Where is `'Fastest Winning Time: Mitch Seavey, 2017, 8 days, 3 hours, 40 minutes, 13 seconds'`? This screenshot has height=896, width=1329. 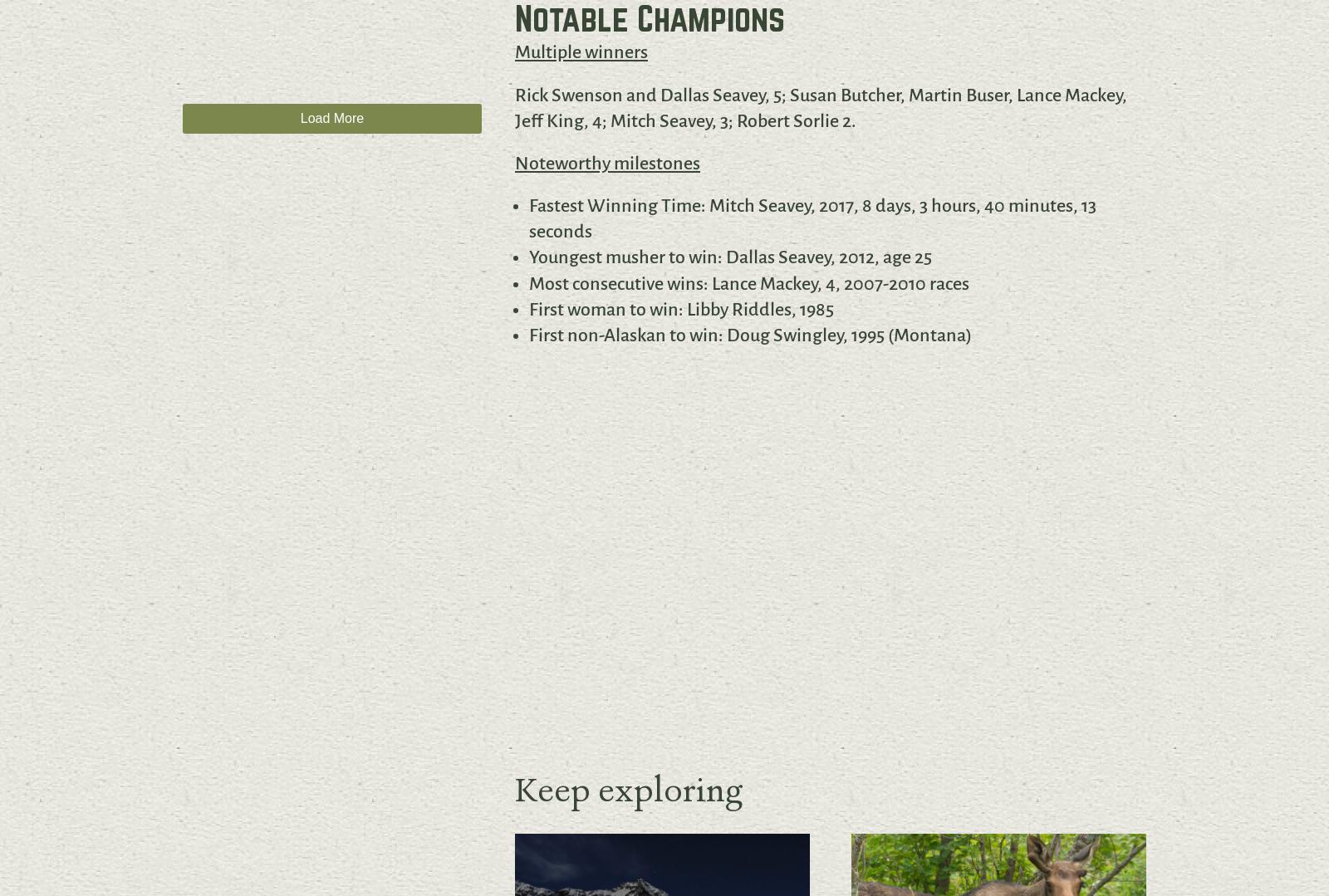 'Fastest Winning Time: Mitch Seavey, 2017, 8 days, 3 hours, 40 minutes, 13 seconds' is located at coordinates (811, 218).